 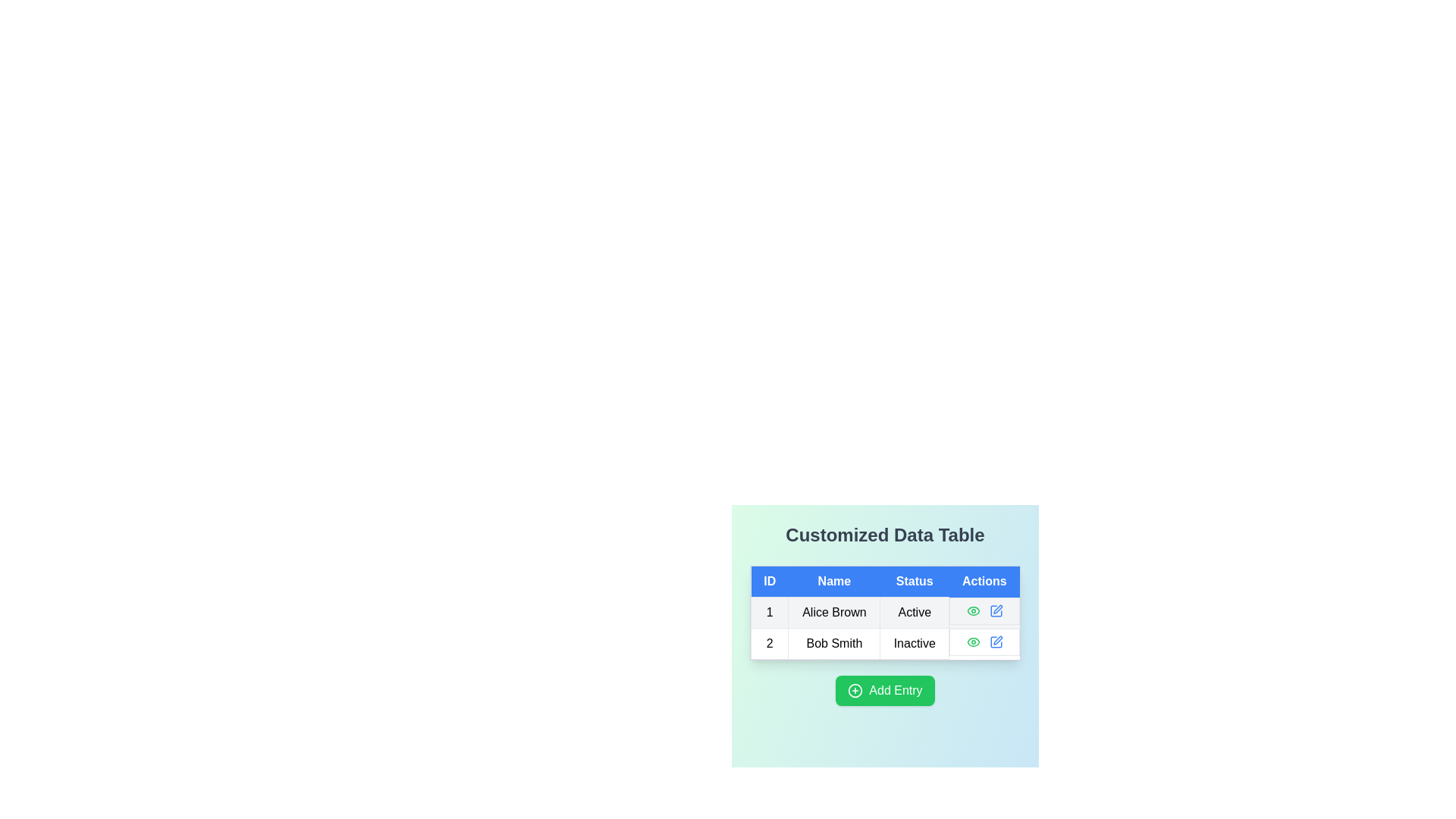 What do you see at coordinates (770, 643) in the screenshot?
I see `the rectangular text cell displaying '2' in the ID column of the table, which is in the second row and first column, styled with a white background and bordered` at bounding box center [770, 643].